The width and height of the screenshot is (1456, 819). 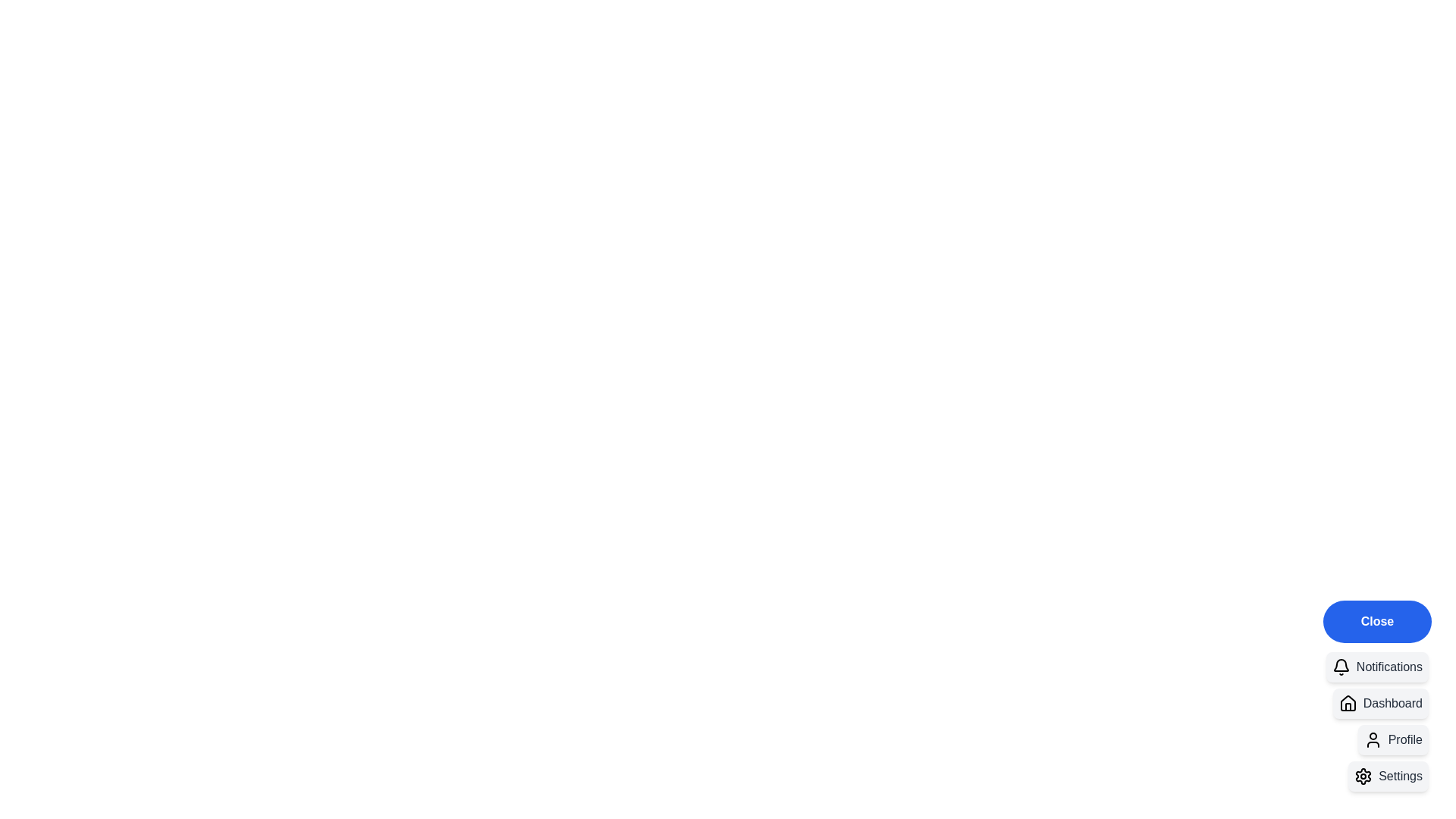 I want to click on the 'Notifications' button, so click(x=1376, y=666).